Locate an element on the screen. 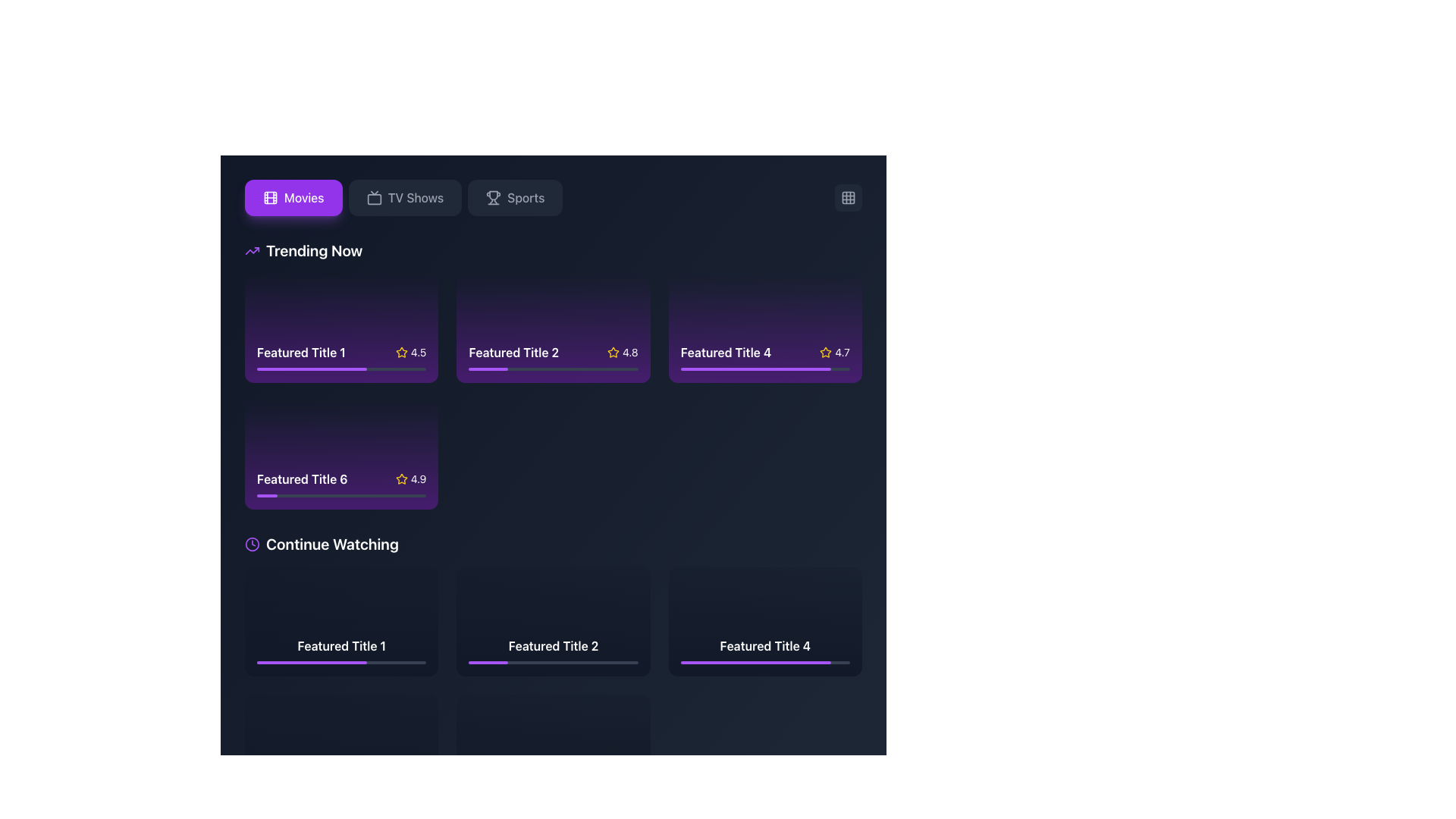 Image resolution: width=1456 pixels, height=819 pixels. the text label displaying 'Featured Title 1' located in the upper-left card of the 'Trending Now' section, which is styled in bold white font against a purple background is located at coordinates (301, 352).